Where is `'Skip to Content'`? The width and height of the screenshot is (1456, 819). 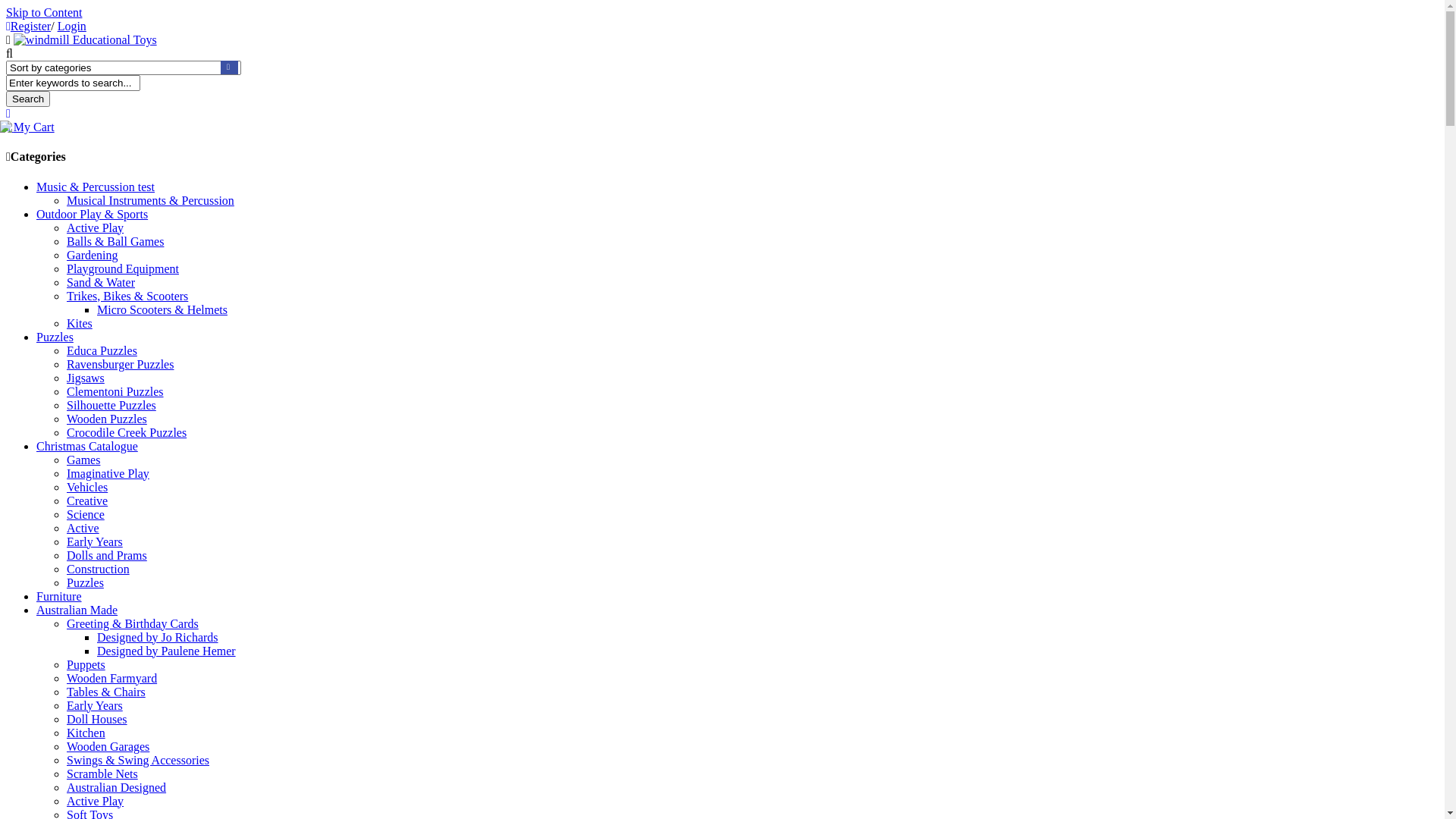 'Skip to Content' is located at coordinates (43, 12).